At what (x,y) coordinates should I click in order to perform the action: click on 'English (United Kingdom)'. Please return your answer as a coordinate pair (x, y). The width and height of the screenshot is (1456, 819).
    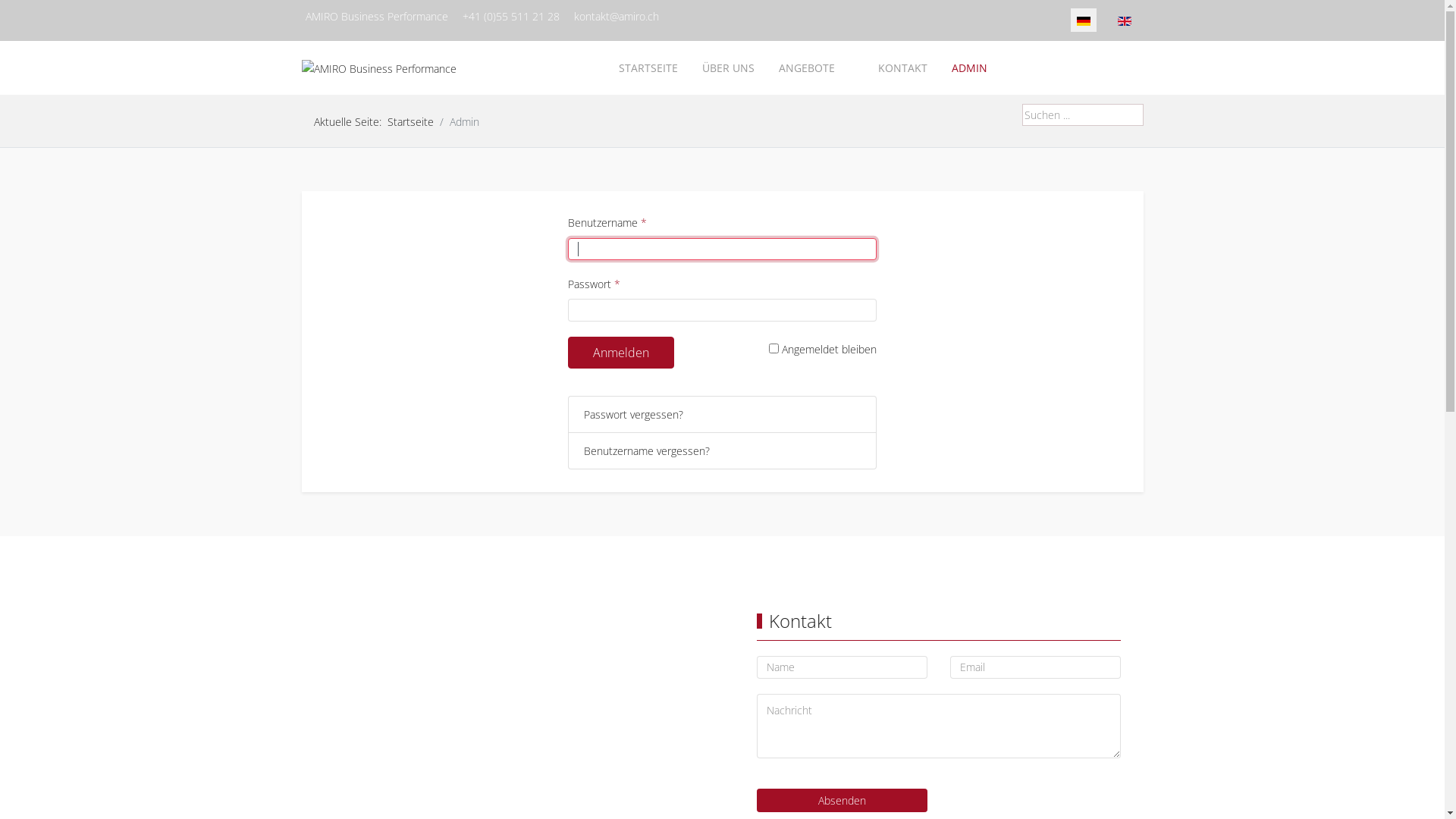
    Looking at the image, I should click on (1125, 20).